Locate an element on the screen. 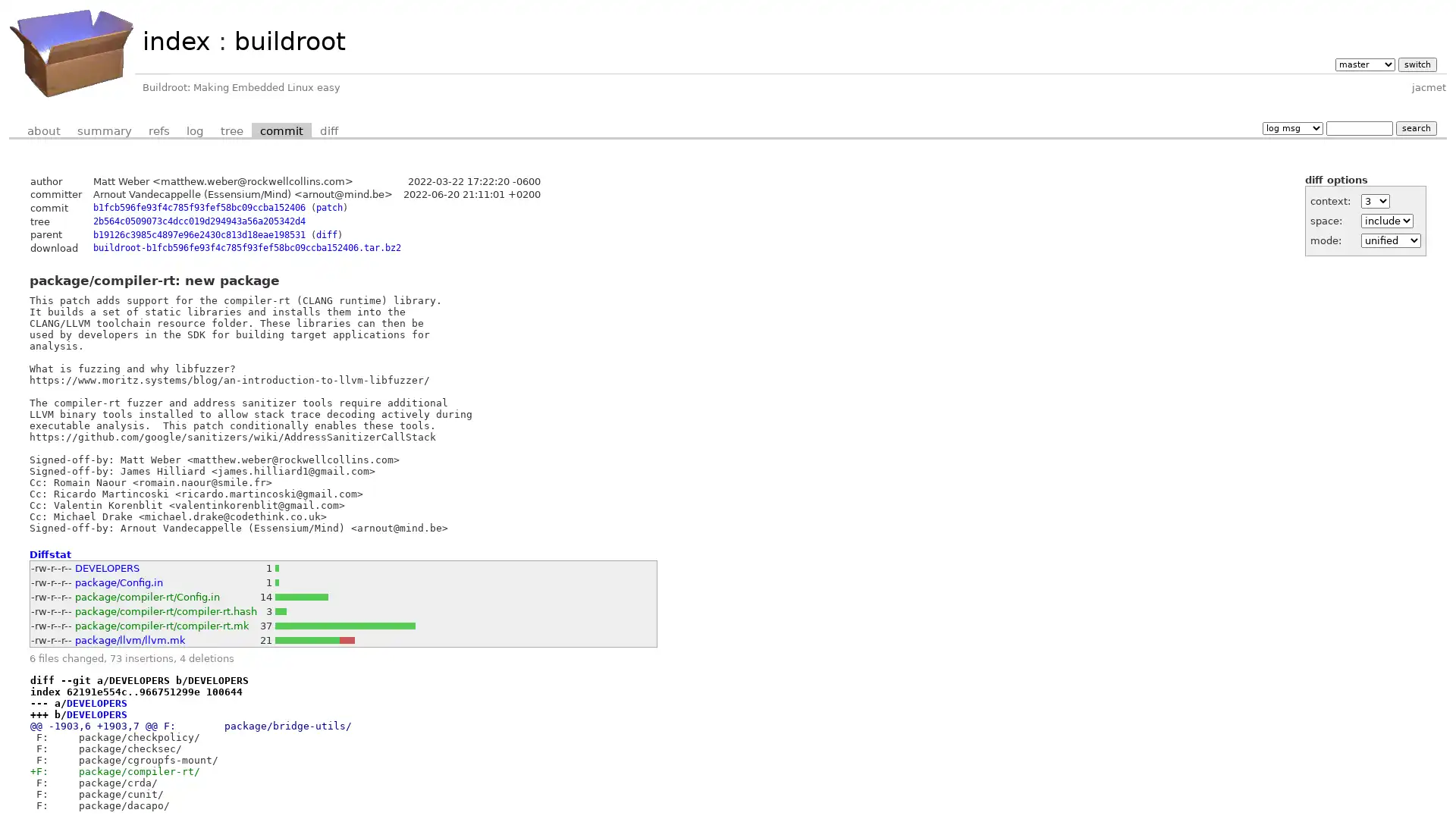 This screenshot has height=819, width=1456. switch is located at coordinates (1416, 63).